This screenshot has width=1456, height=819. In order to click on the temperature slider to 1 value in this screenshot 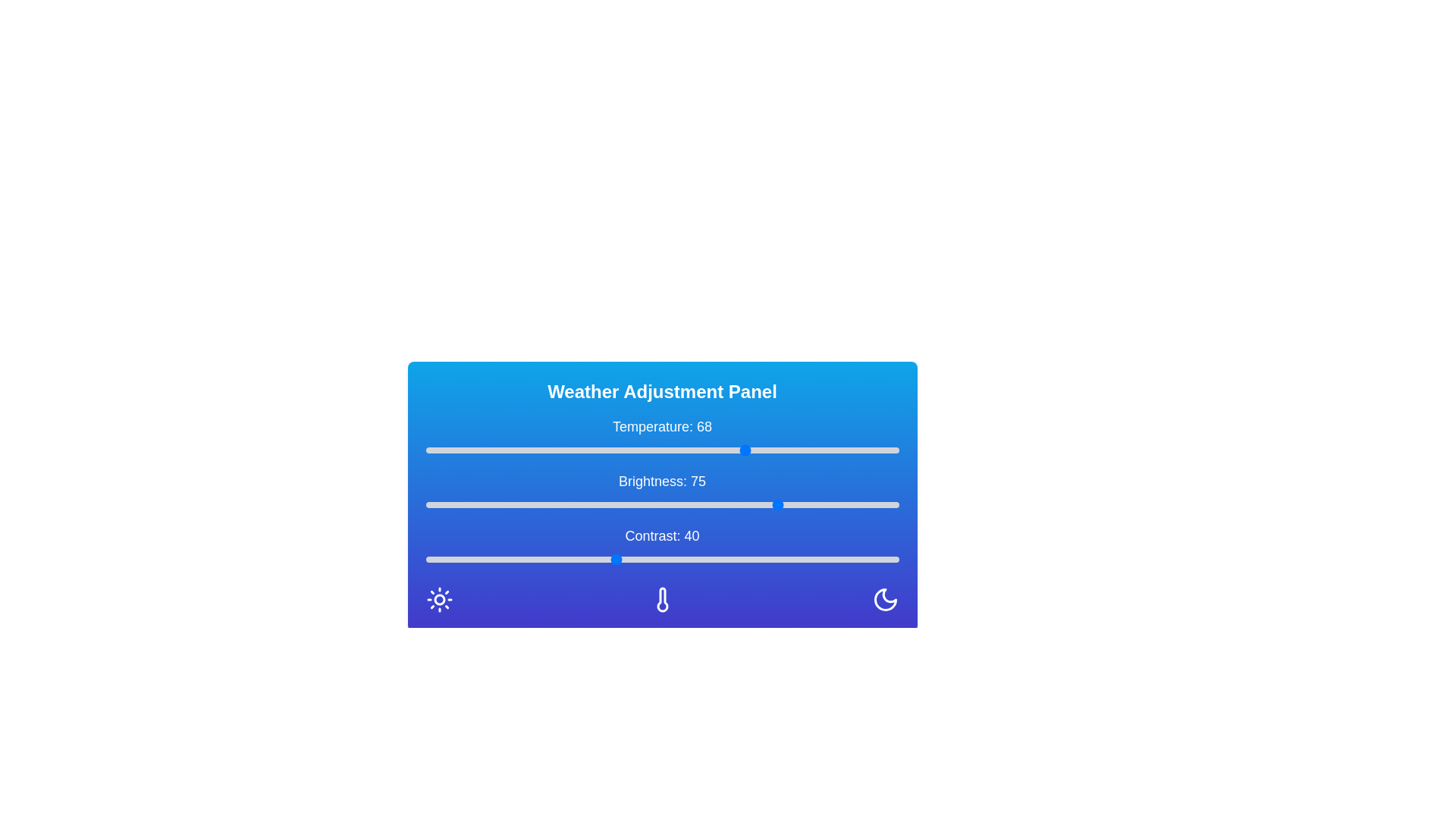, I will do `click(429, 450)`.